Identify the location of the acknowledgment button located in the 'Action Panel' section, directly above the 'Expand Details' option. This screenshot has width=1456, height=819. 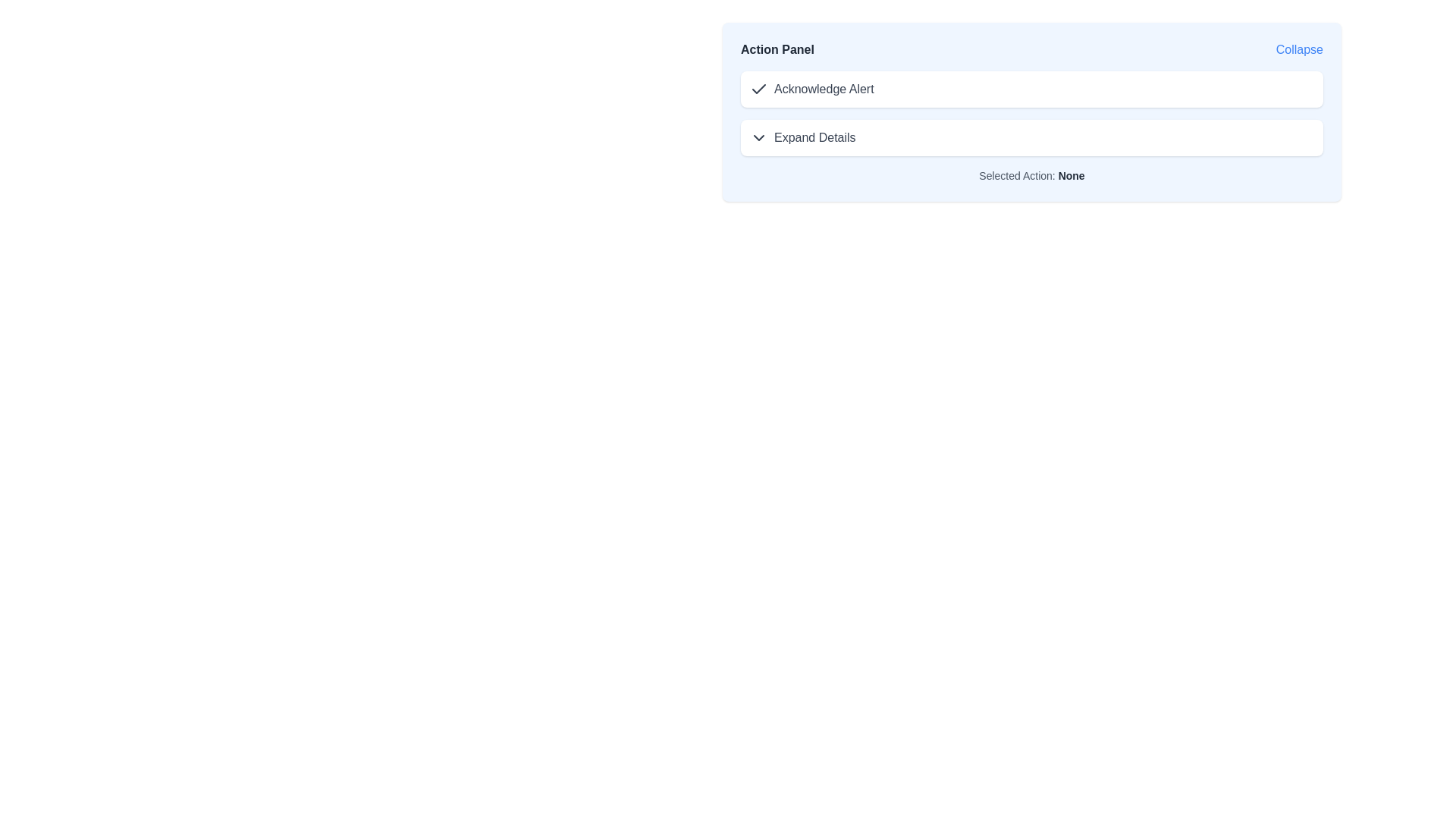
(811, 89).